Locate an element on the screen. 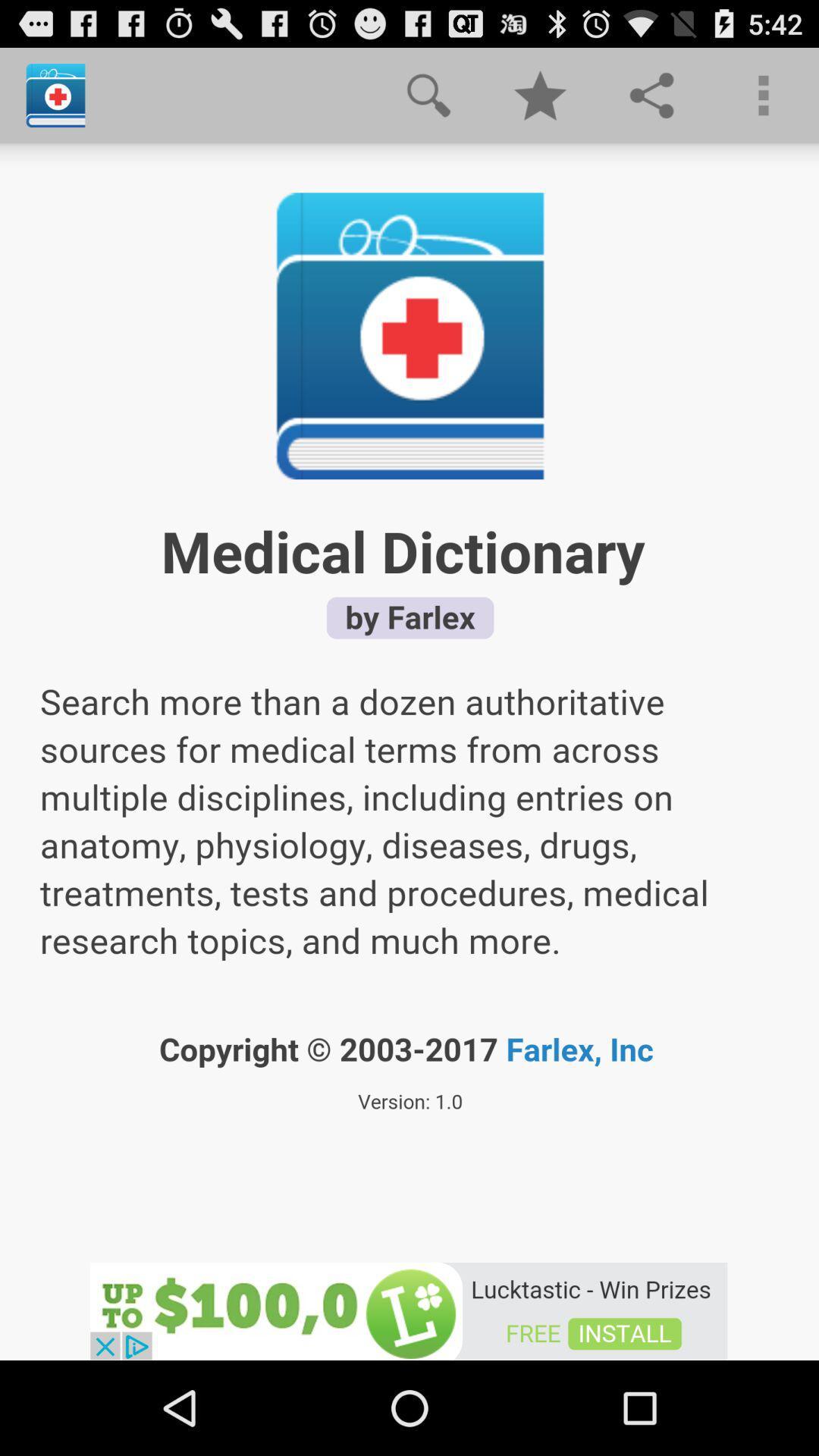 The height and width of the screenshot is (1456, 819). advertisement is located at coordinates (408, 1309).